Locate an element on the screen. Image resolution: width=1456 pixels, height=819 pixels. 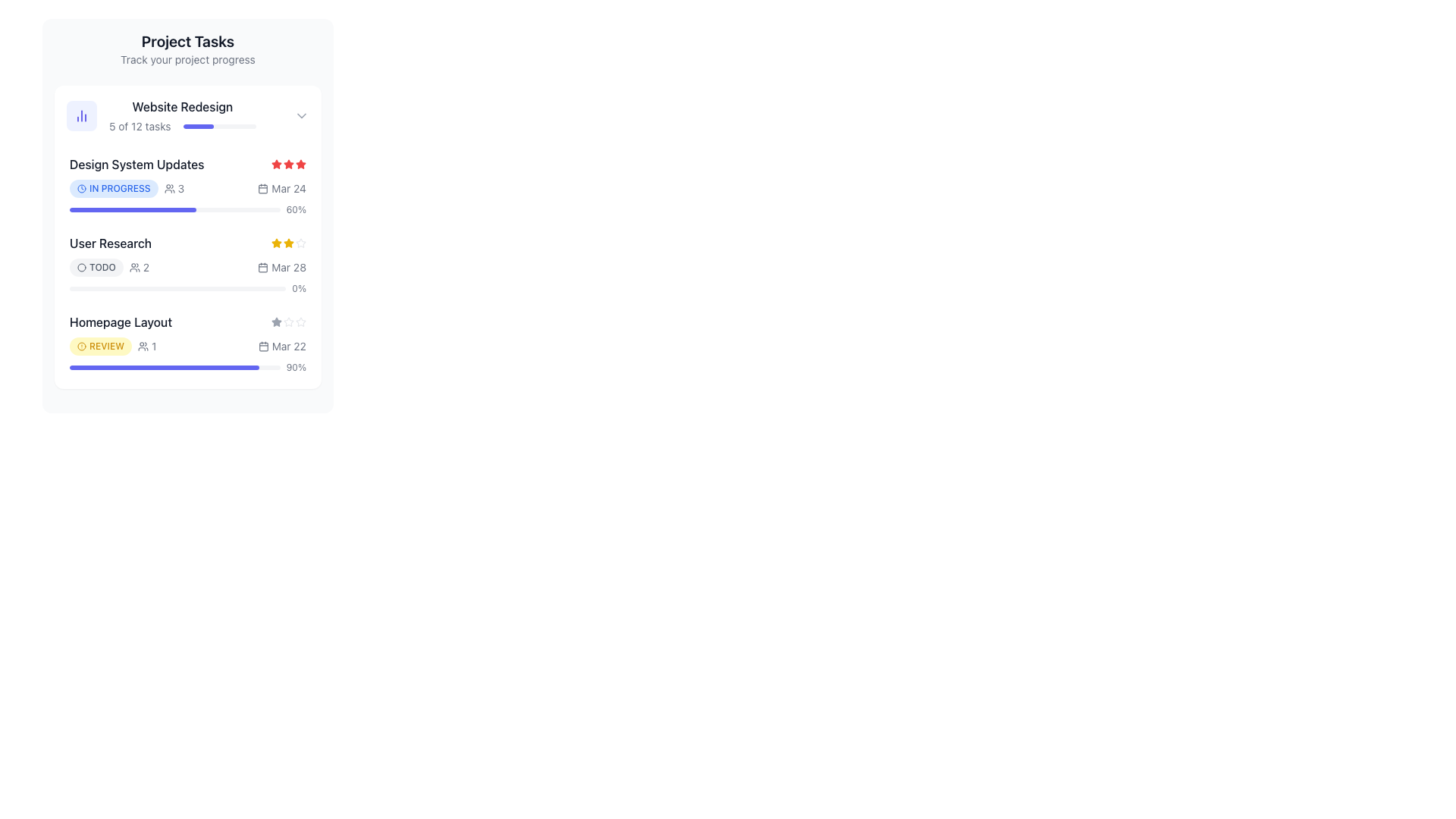
the fifth red star icon indicating priority or importance, located next to the 'Design System Updates' section in the task progress list is located at coordinates (301, 164).